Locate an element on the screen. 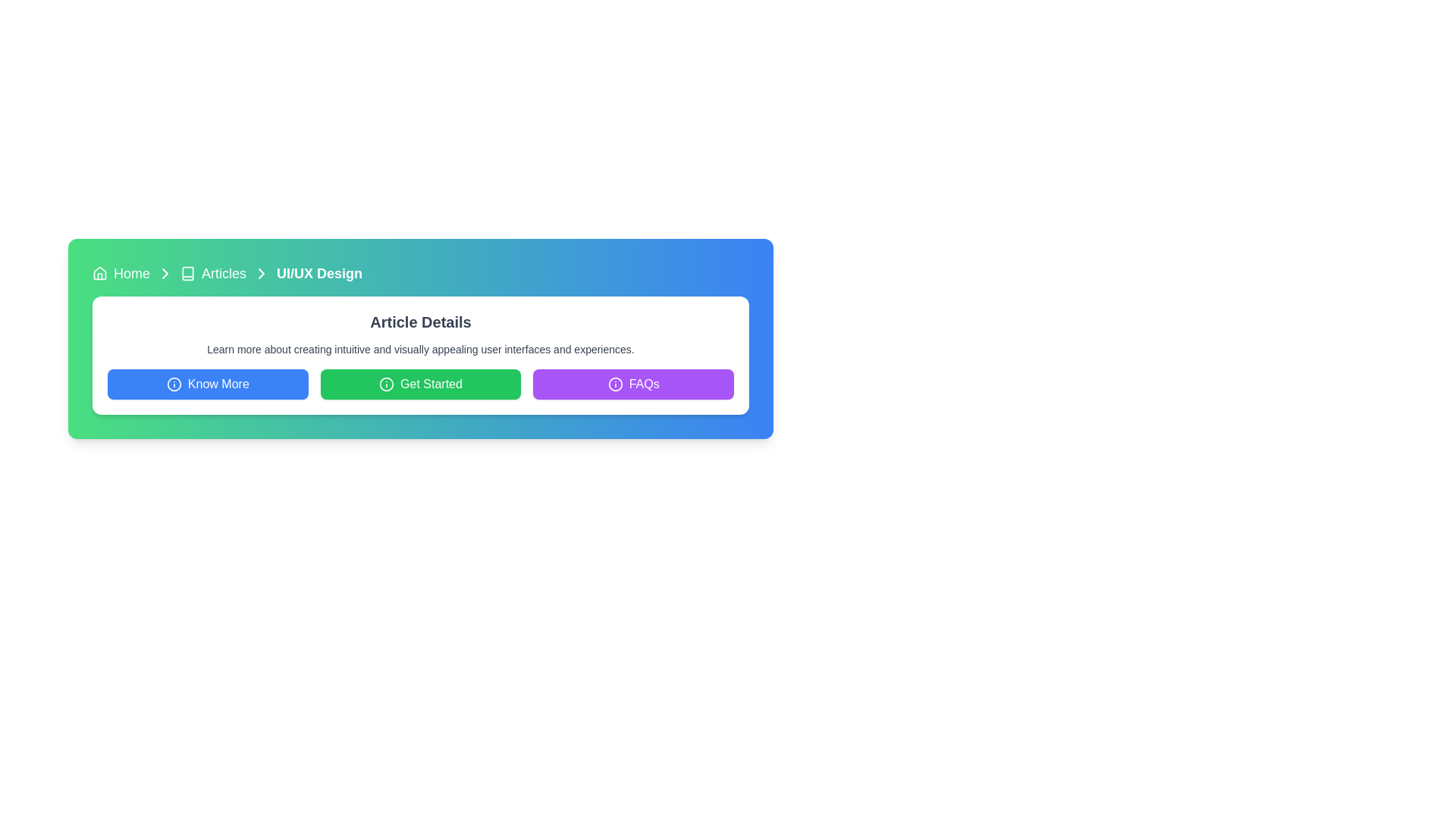 The width and height of the screenshot is (1456, 819). the 'Articles' breadcrumb link with an icon located in the top-left corner of the interface is located at coordinates (212, 274).